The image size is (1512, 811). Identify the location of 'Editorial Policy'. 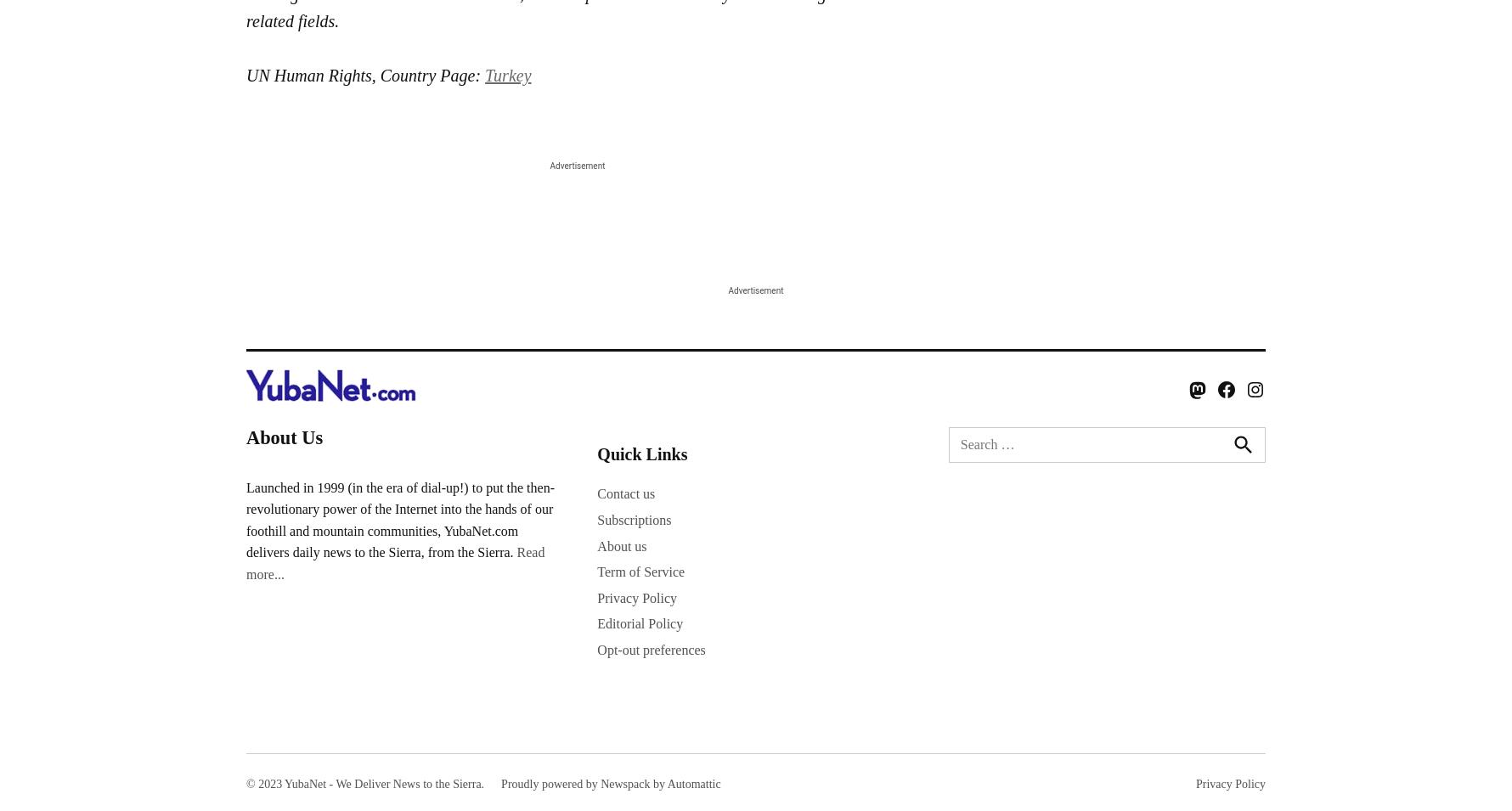
(640, 622).